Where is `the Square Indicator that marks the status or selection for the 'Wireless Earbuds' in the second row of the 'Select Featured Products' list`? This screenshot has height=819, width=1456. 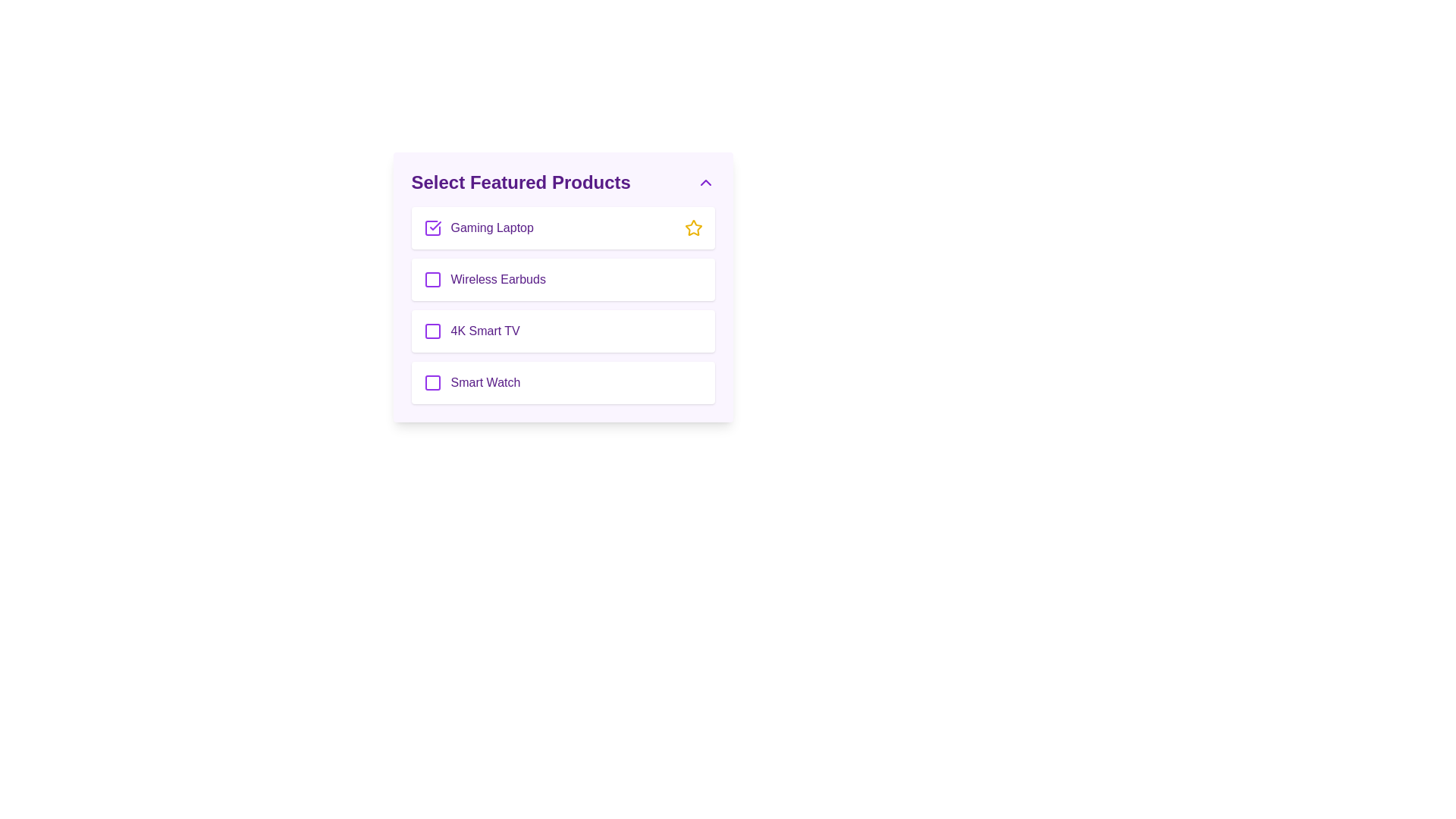 the Square Indicator that marks the status or selection for the 'Wireless Earbuds' in the second row of the 'Select Featured Products' list is located at coordinates (431, 280).